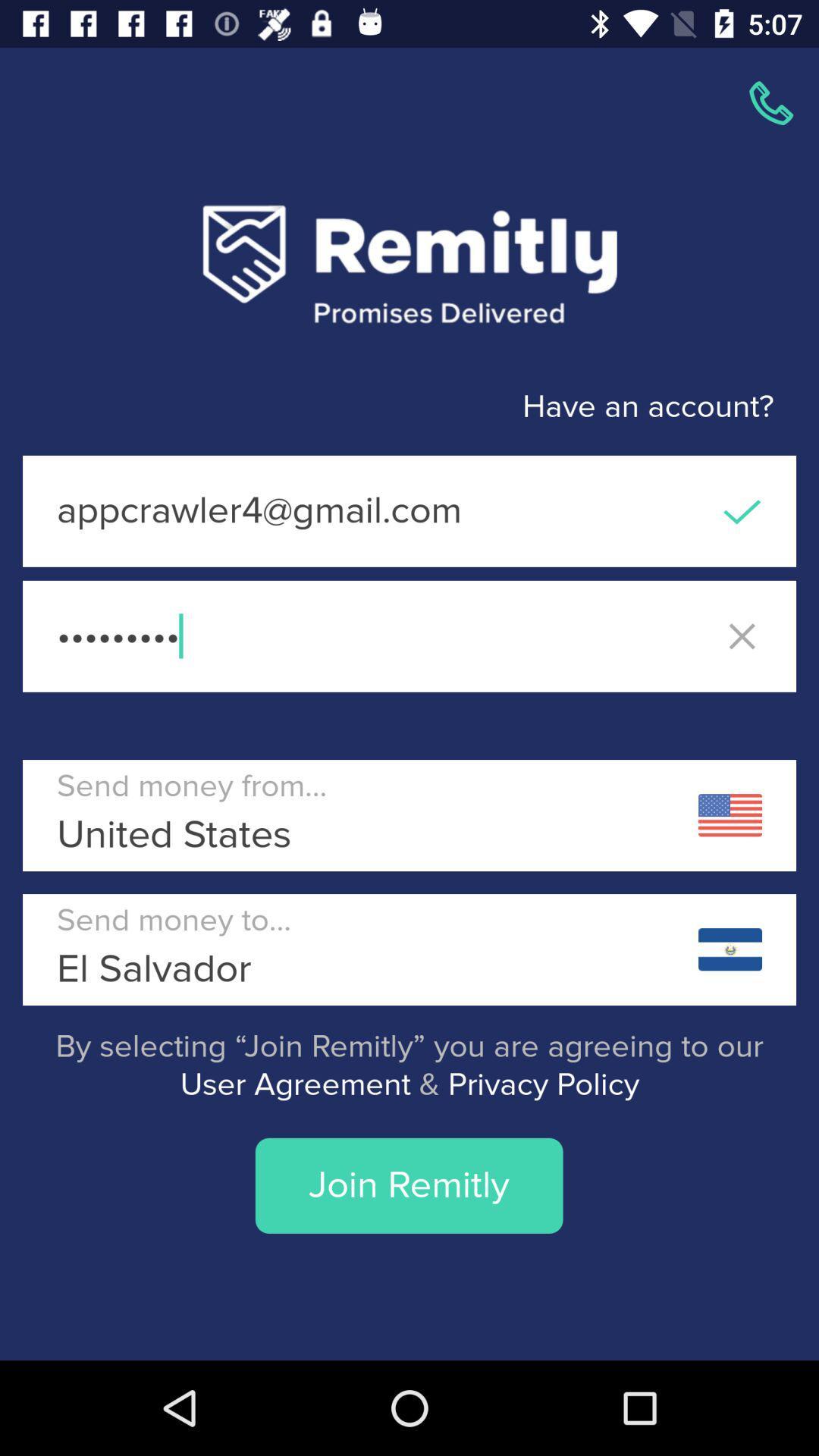 This screenshot has height=1456, width=819. I want to click on the crowd3116 item, so click(409, 636).